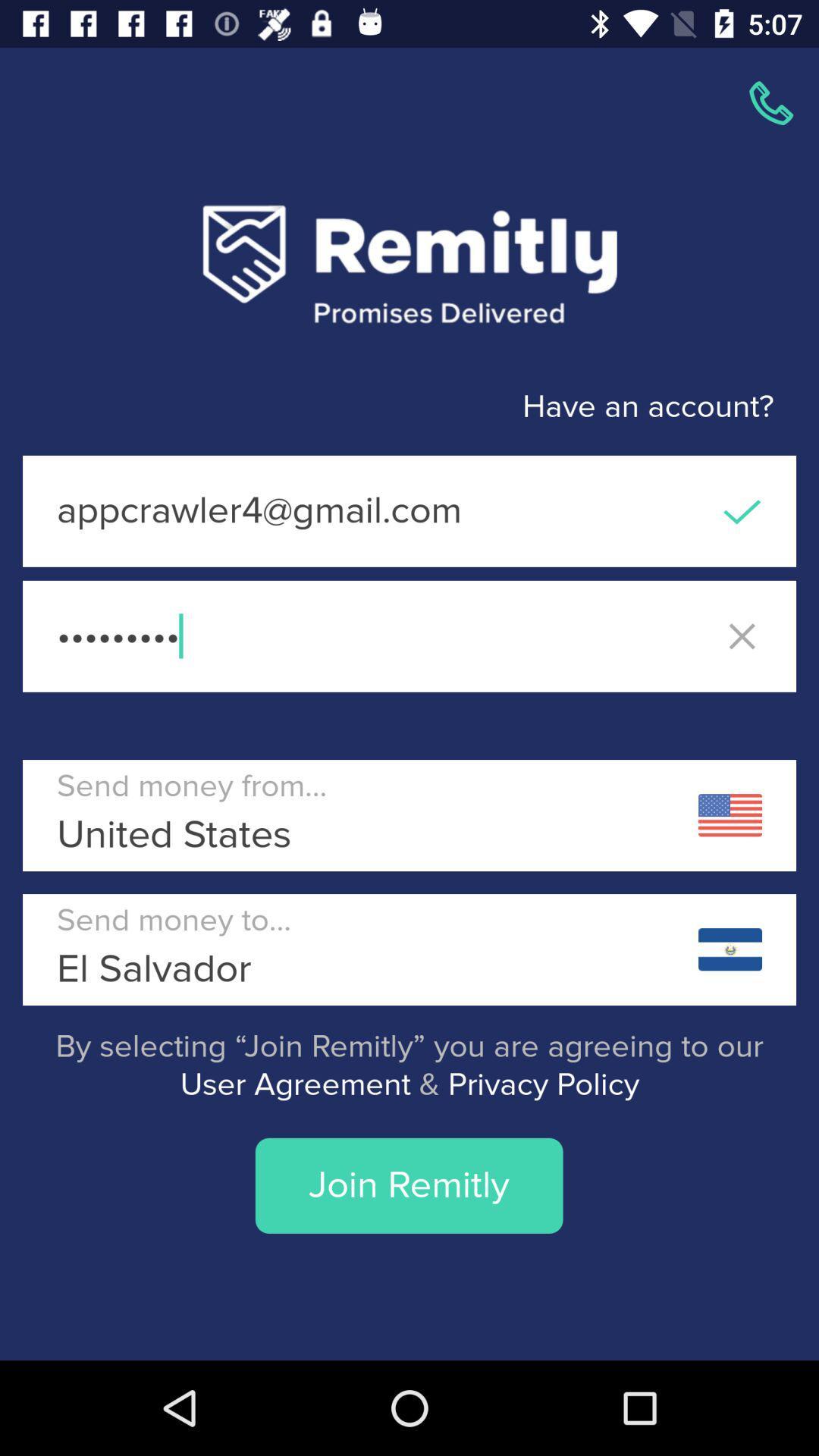 This screenshot has height=1456, width=819. I want to click on the crowd3116 item, so click(409, 636).